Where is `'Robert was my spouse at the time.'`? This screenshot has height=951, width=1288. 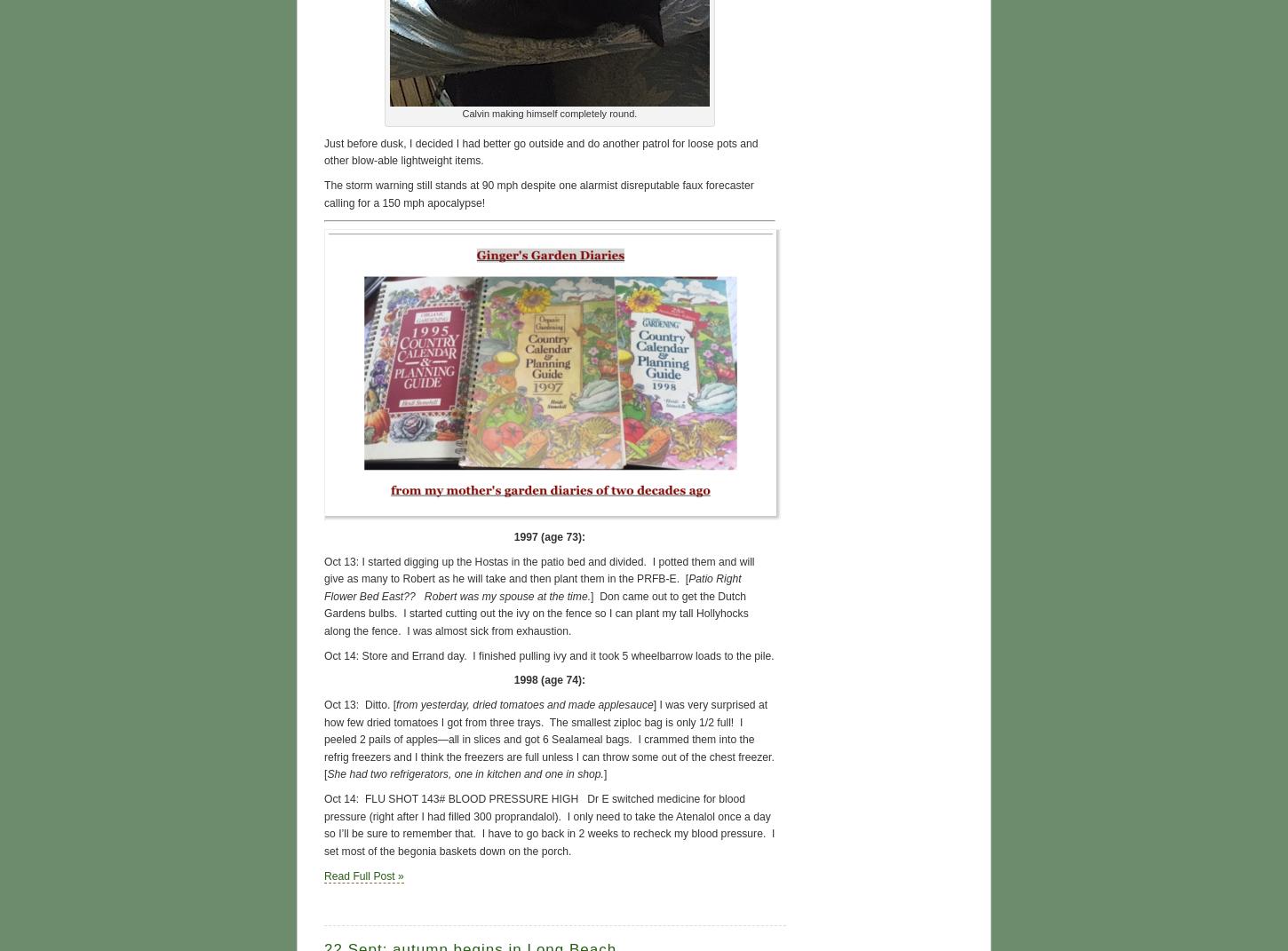 'Robert was my spouse at the time.' is located at coordinates (417, 594).